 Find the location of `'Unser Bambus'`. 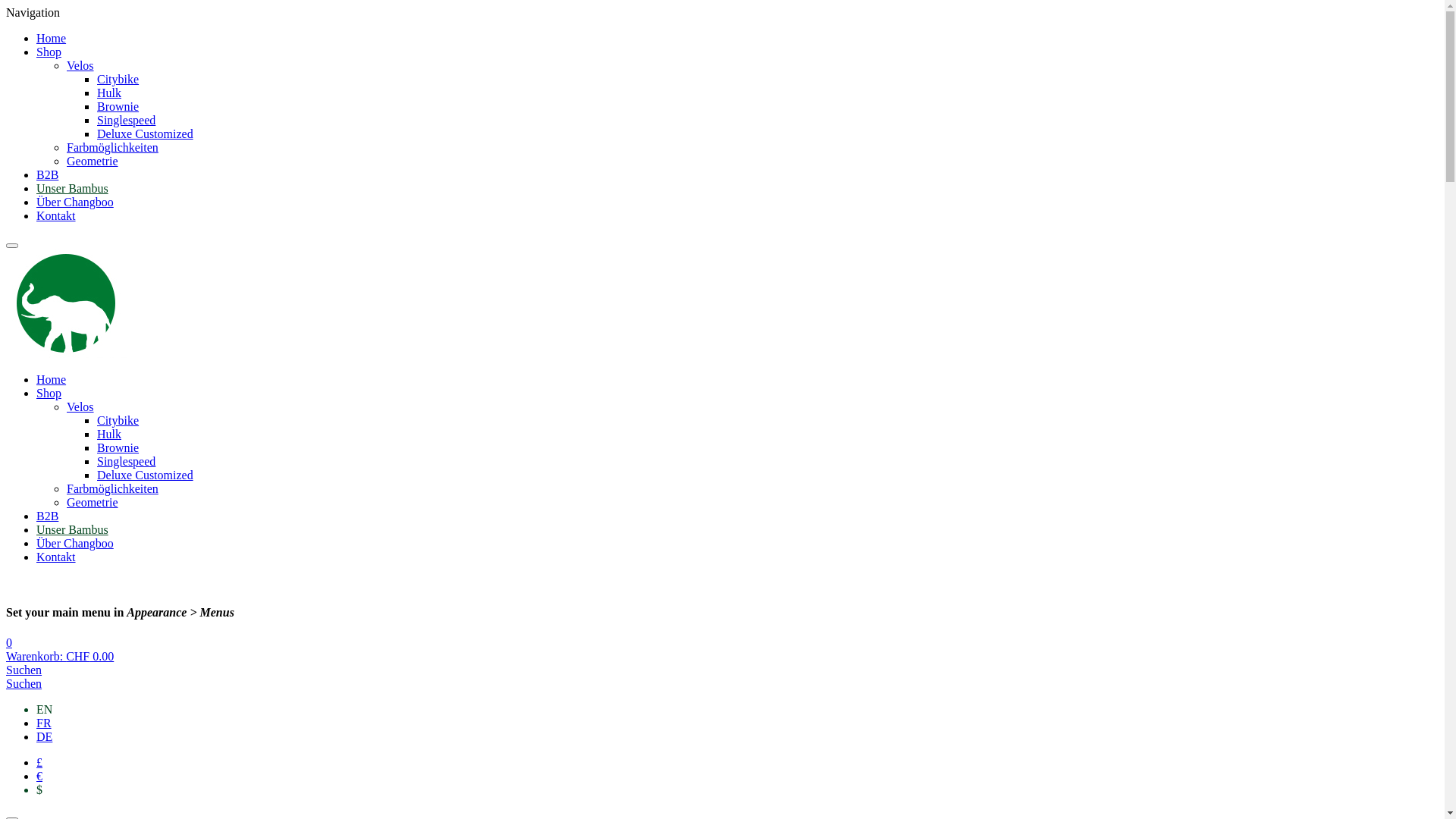

'Unser Bambus' is located at coordinates (71, 529).